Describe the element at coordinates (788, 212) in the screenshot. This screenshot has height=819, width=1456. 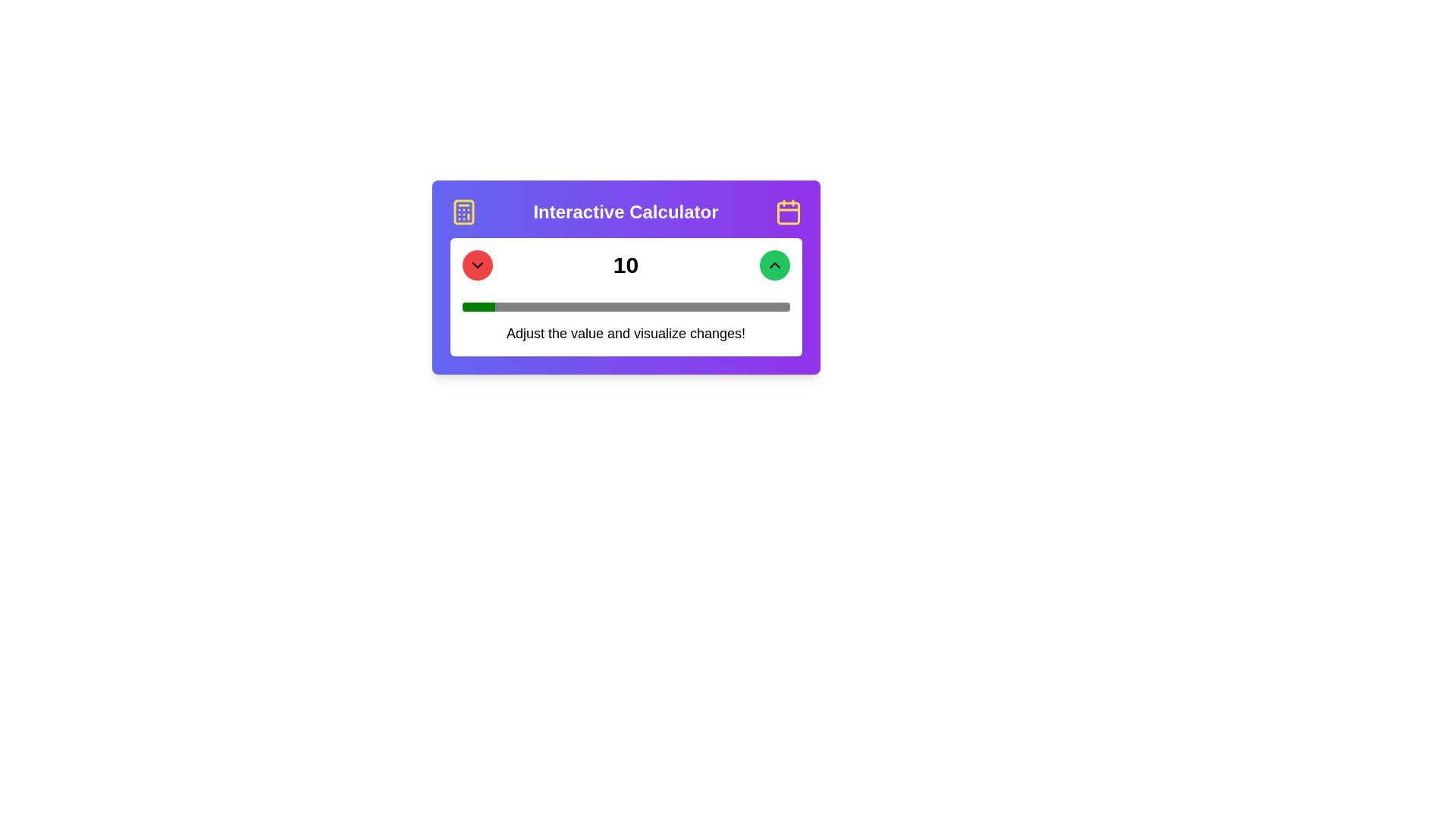
I see `the calendar icon located in the top-right corner of the 'Interactive Calculator' header panel, which is right-aligned to the main title` at that location.